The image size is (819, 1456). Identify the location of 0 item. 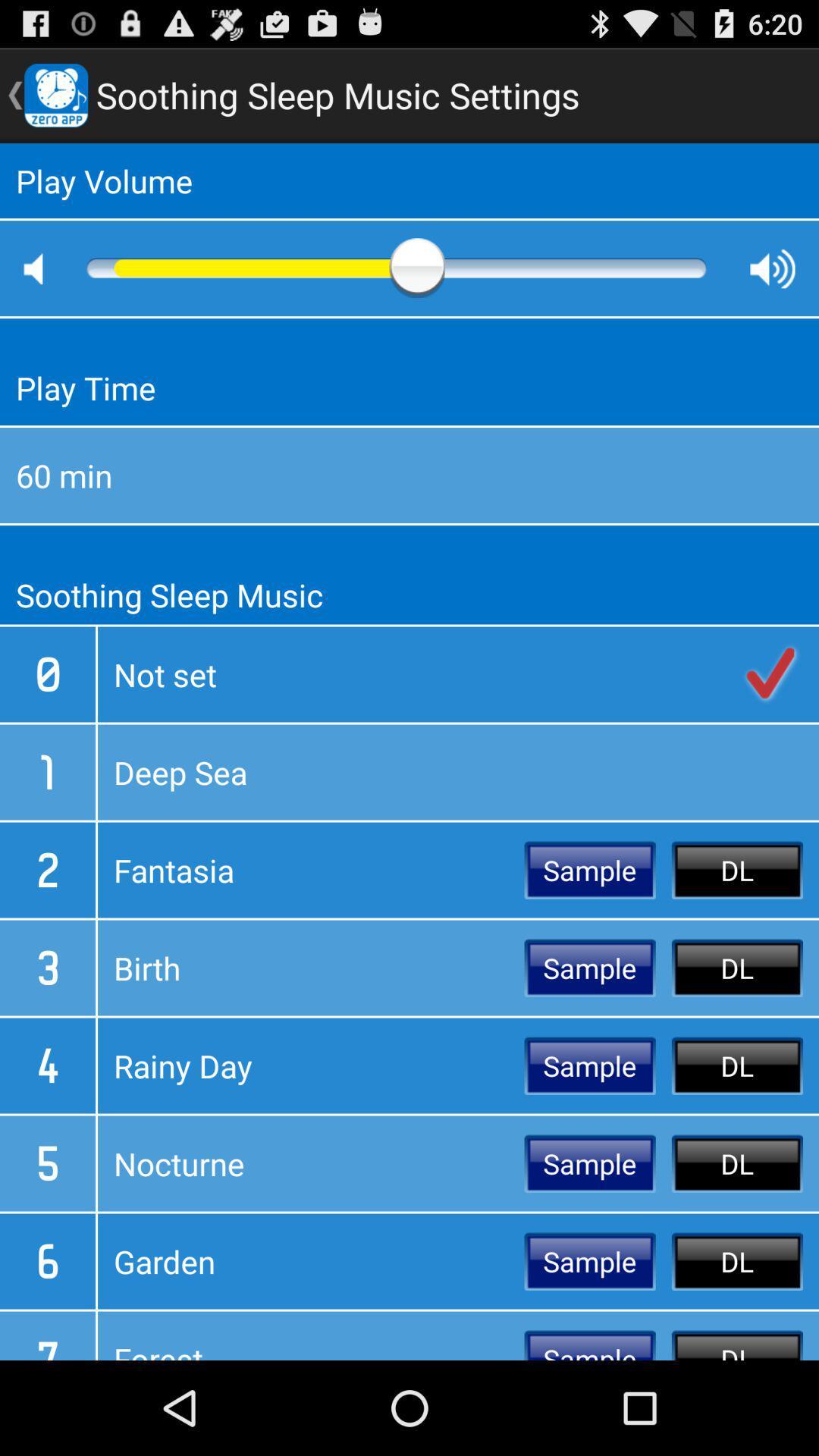
(46, 673).